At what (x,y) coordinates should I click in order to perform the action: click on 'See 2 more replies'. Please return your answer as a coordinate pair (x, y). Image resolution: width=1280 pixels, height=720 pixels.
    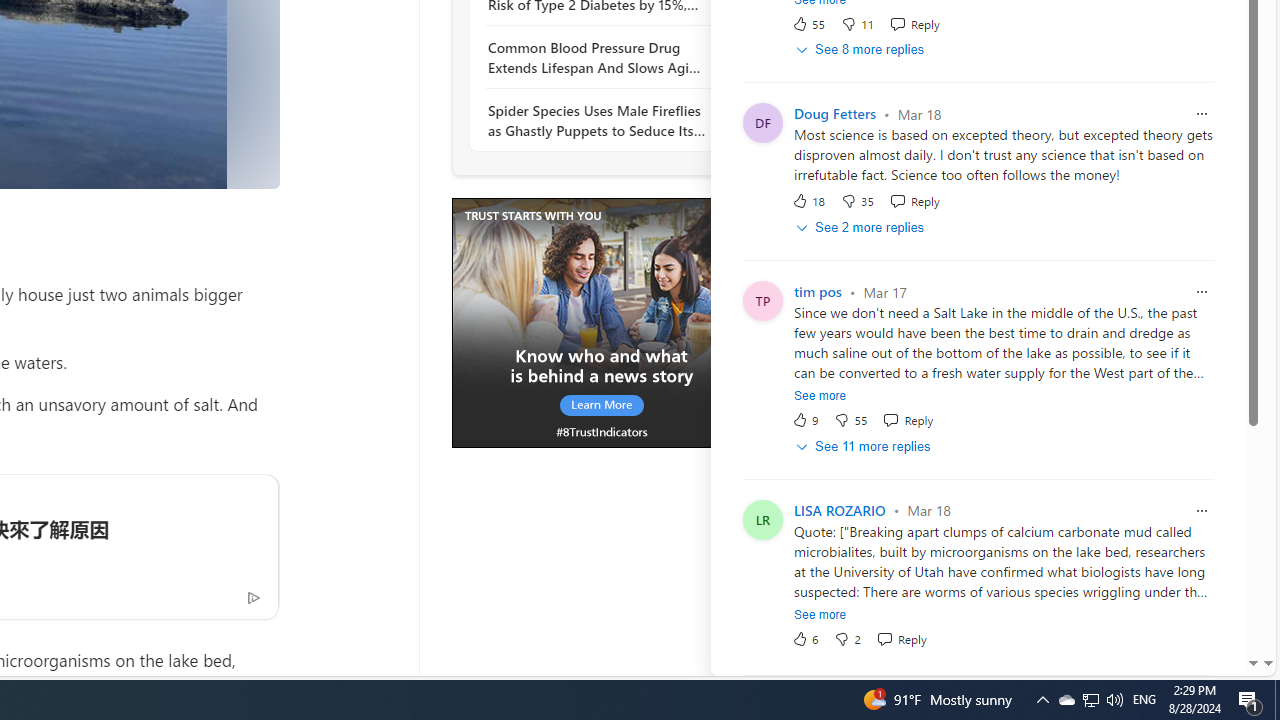
    Looking at the image, I should click on (862, 227).